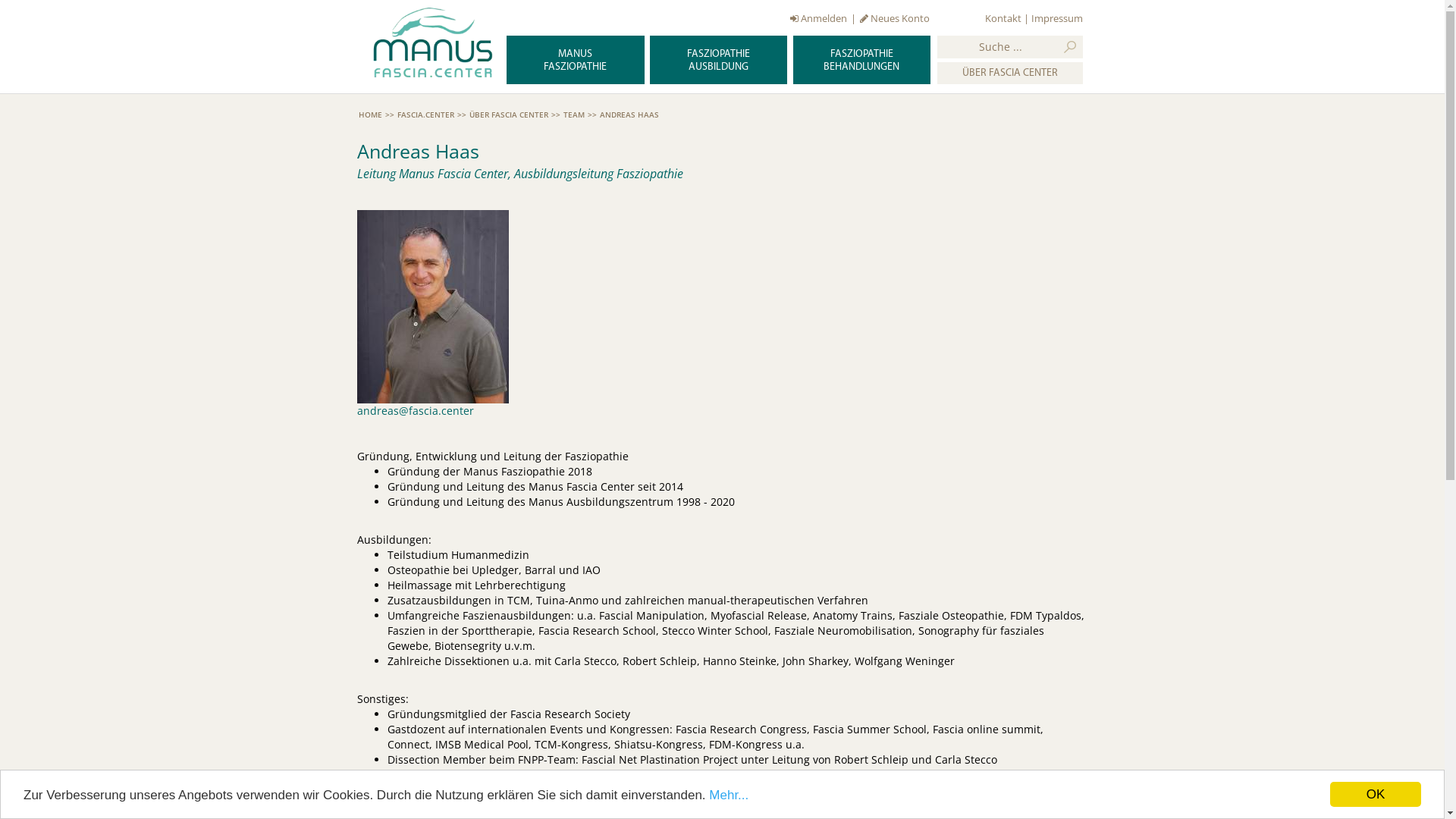 The width and height of the screenshot is (1456, 819). I want to click on 'FASCIA.CENTER', so click(397, 113).